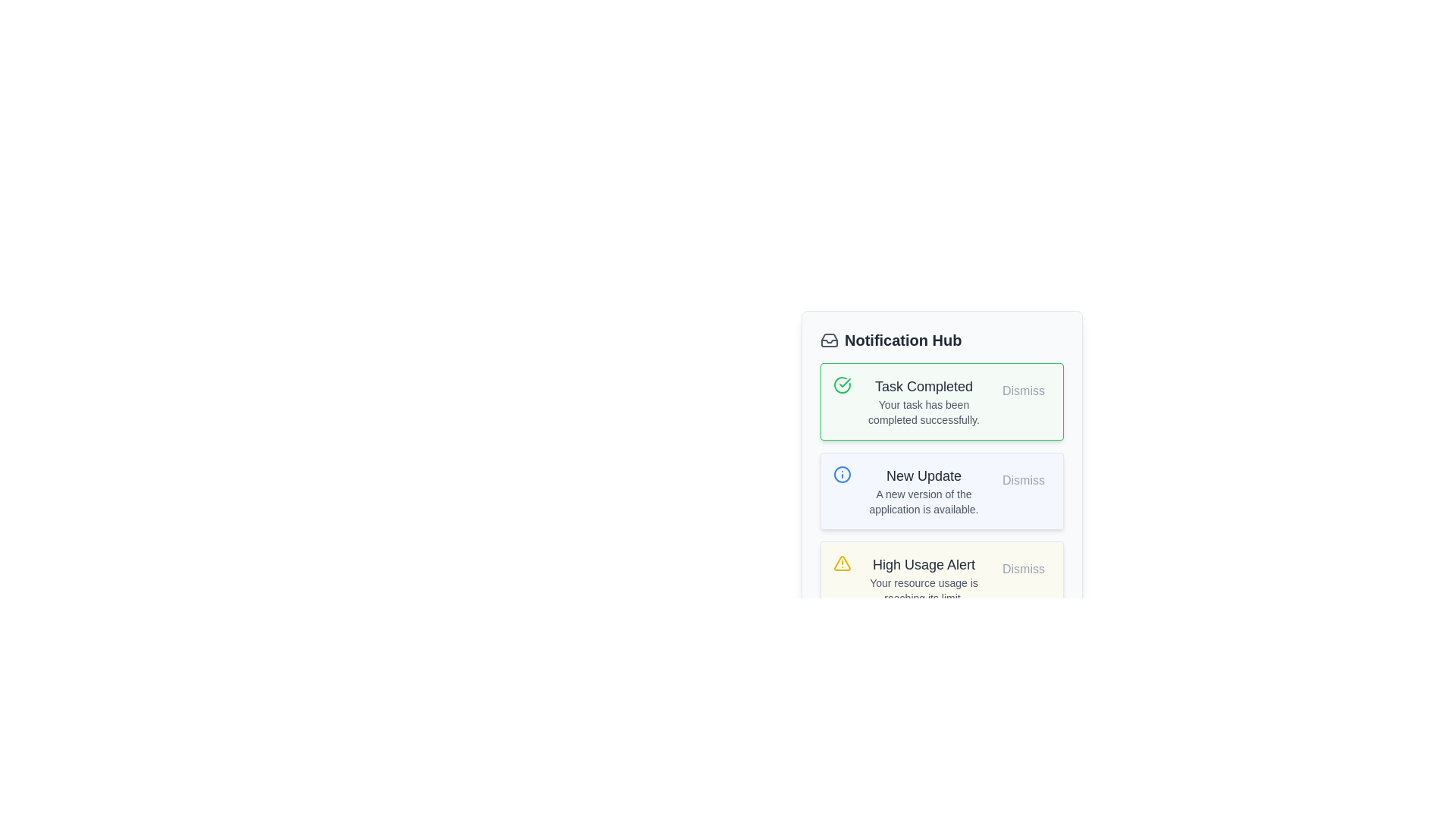  I want to click on information on the Notification card regarding resource usage limits and take necessary actions, located within the 'Notification Hub' as the third notification item, so click(941, 534).